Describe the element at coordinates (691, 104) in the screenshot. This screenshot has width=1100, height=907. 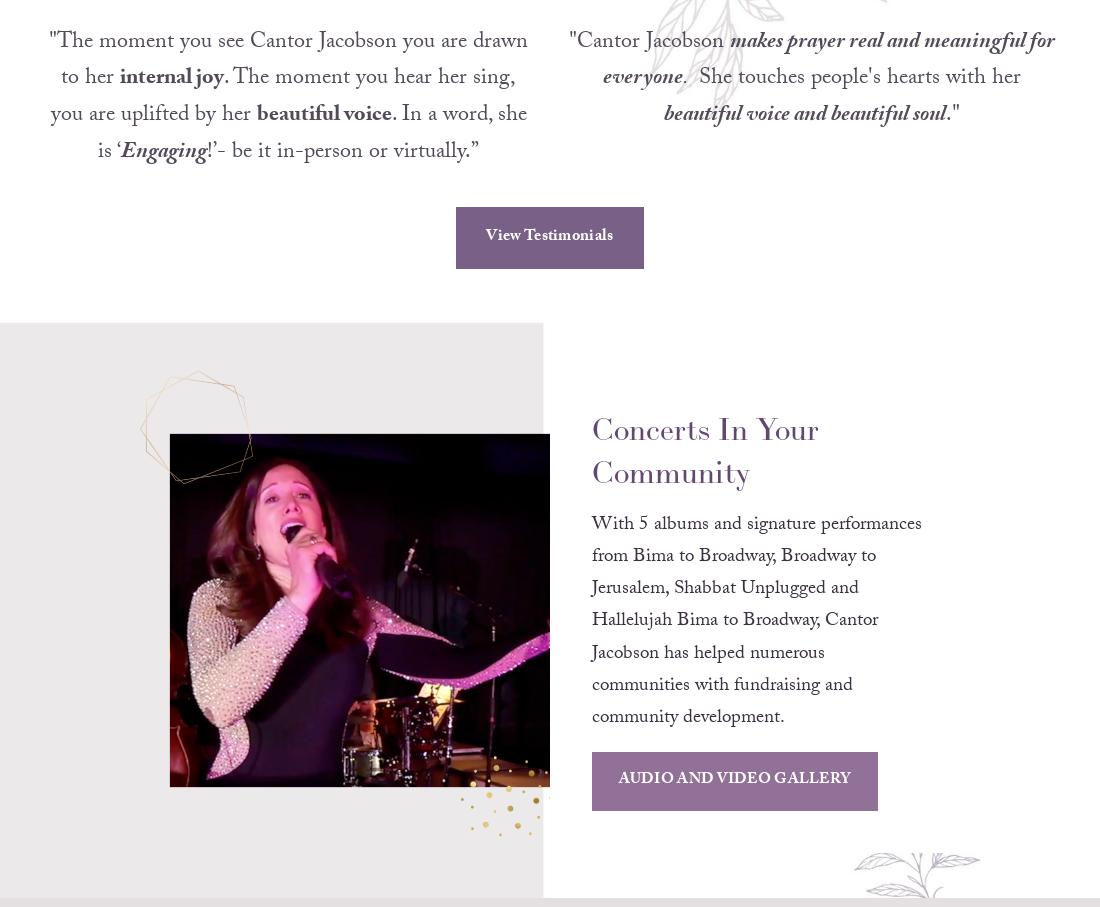
I see `'She touches people's hearts with her'` at that location.